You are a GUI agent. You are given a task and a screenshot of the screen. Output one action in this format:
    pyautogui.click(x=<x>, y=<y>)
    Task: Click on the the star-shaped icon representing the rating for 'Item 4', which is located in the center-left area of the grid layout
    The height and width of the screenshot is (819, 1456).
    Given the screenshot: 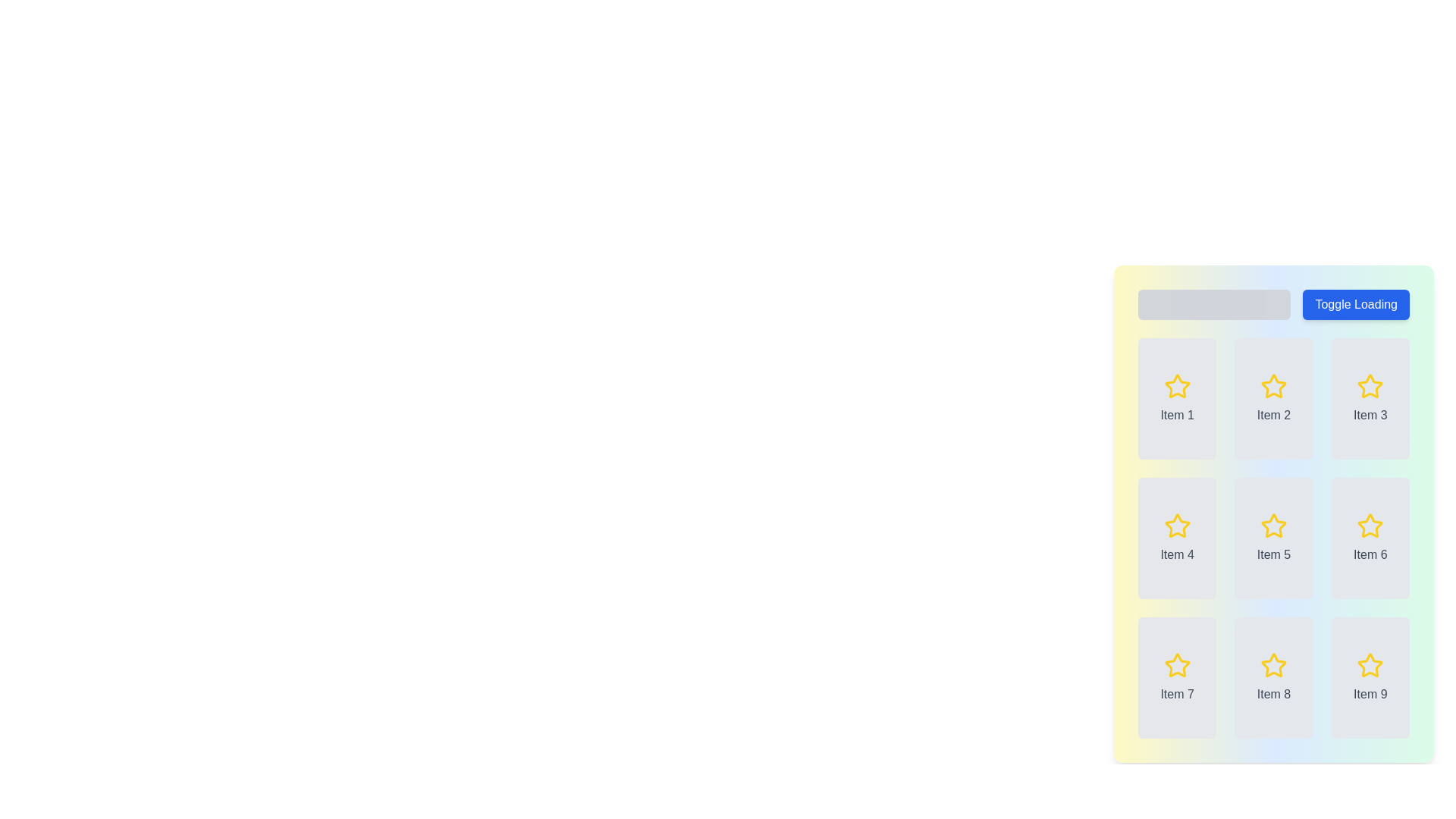 What is the action you would take?
    pyautogui.click(x=1176, y=525)
    